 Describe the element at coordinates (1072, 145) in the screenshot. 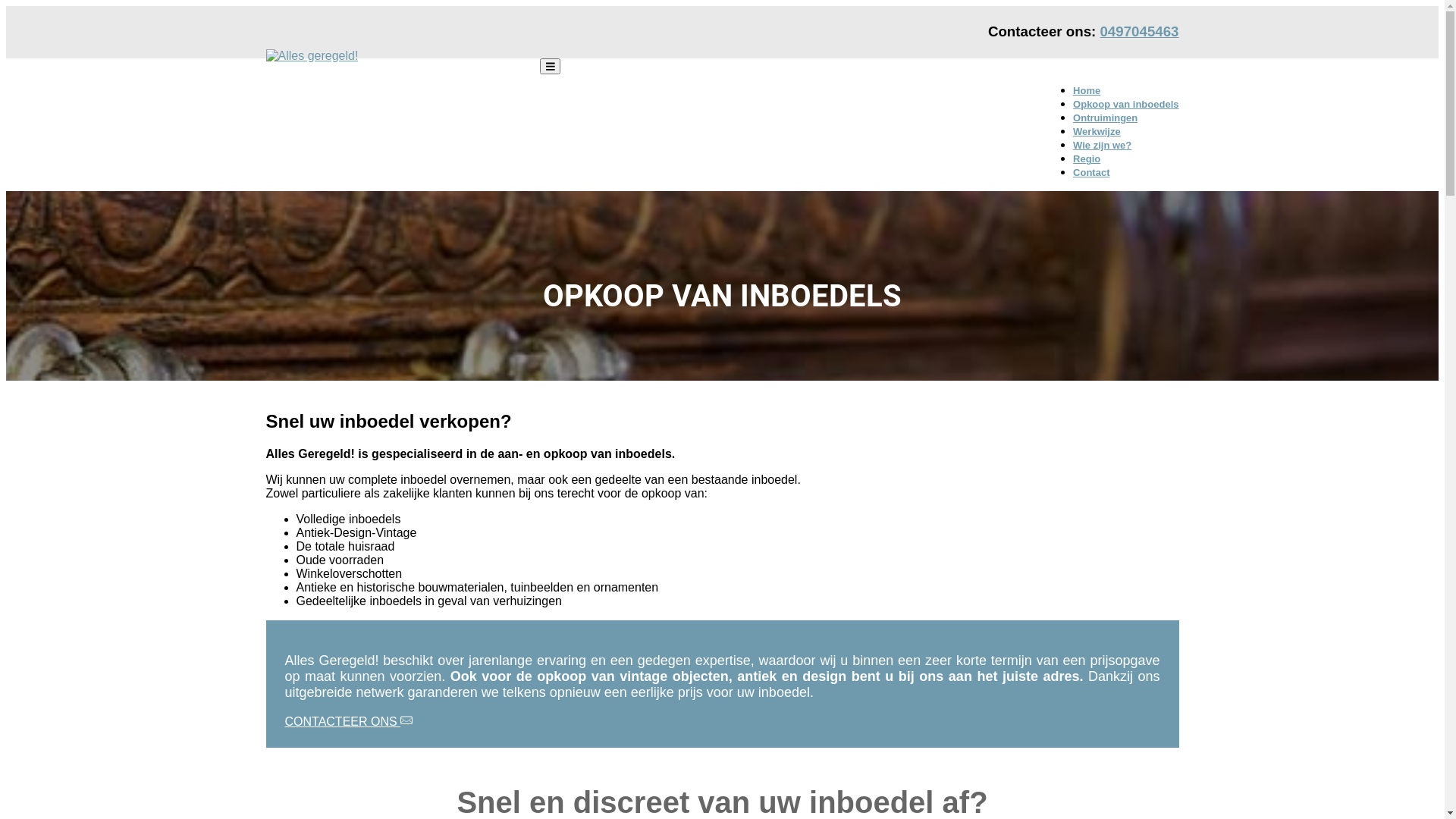

I see `'Wie zijn we?'` at that location.